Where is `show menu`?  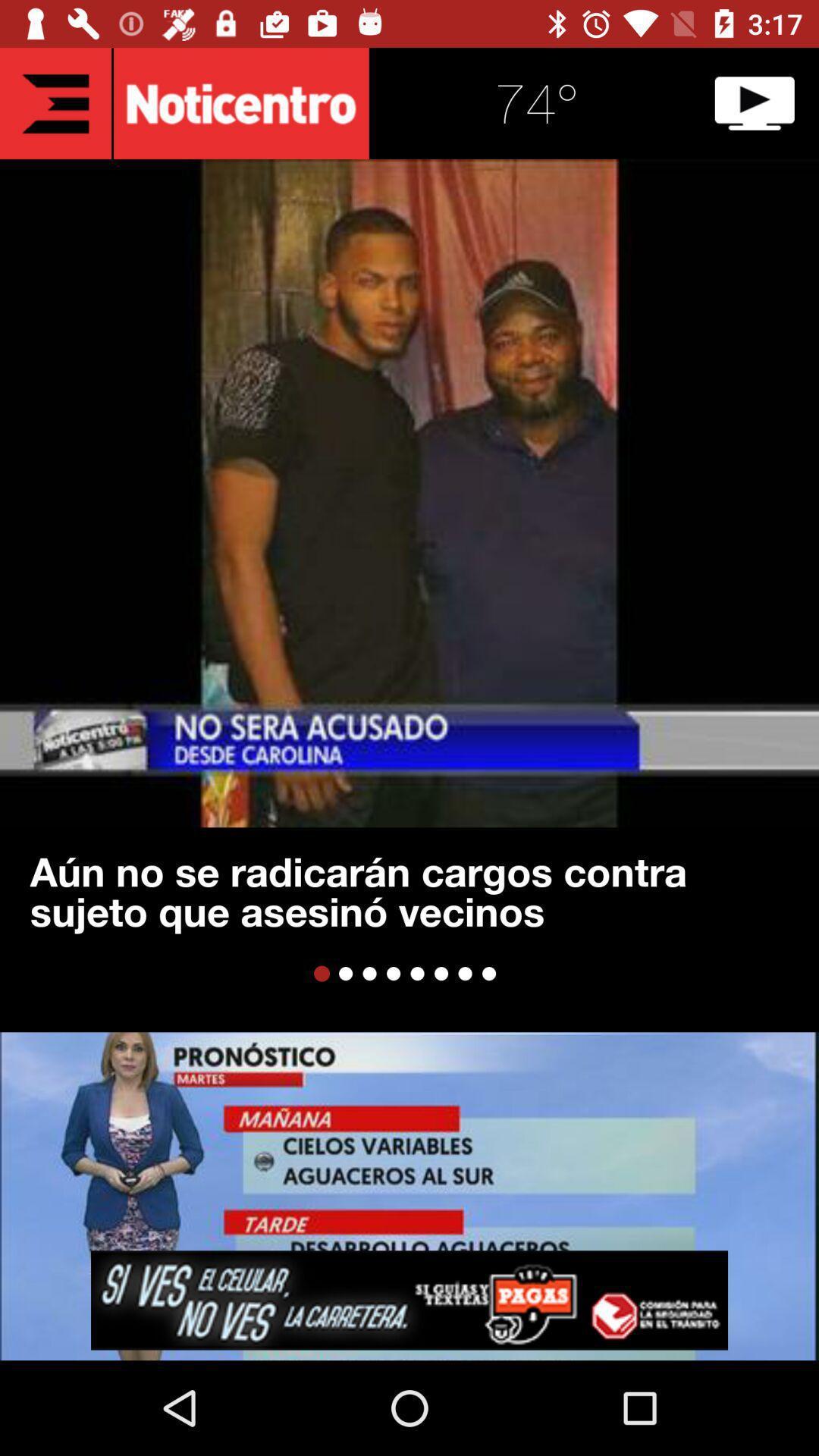 show menu is located at coordinates (55, 102).